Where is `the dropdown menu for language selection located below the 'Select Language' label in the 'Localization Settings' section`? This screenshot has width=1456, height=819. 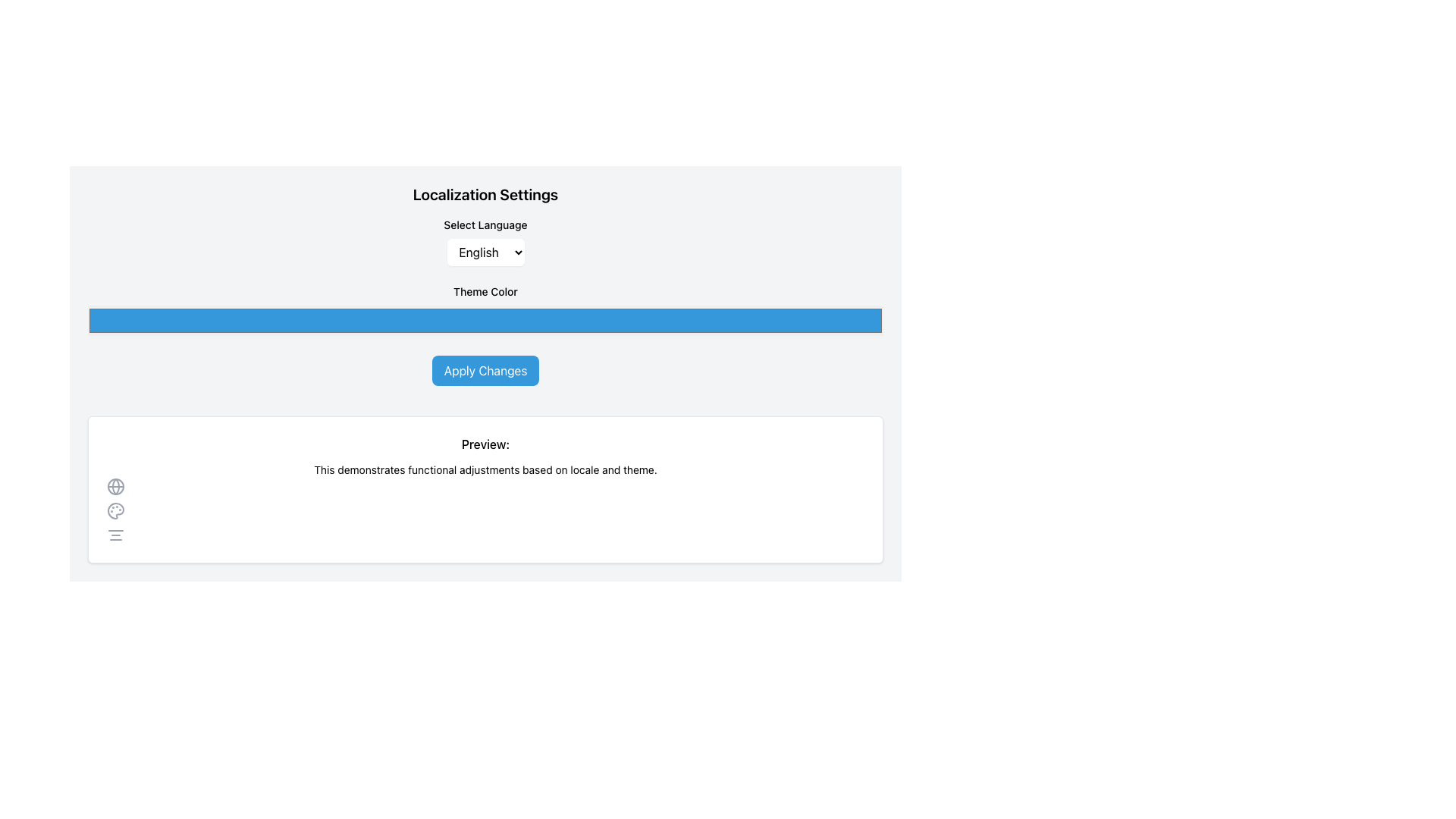
the dropdown menu for language selection located below the 'Select Language' label in the 'Localization Settings' section is located at coordinates (485, 251).